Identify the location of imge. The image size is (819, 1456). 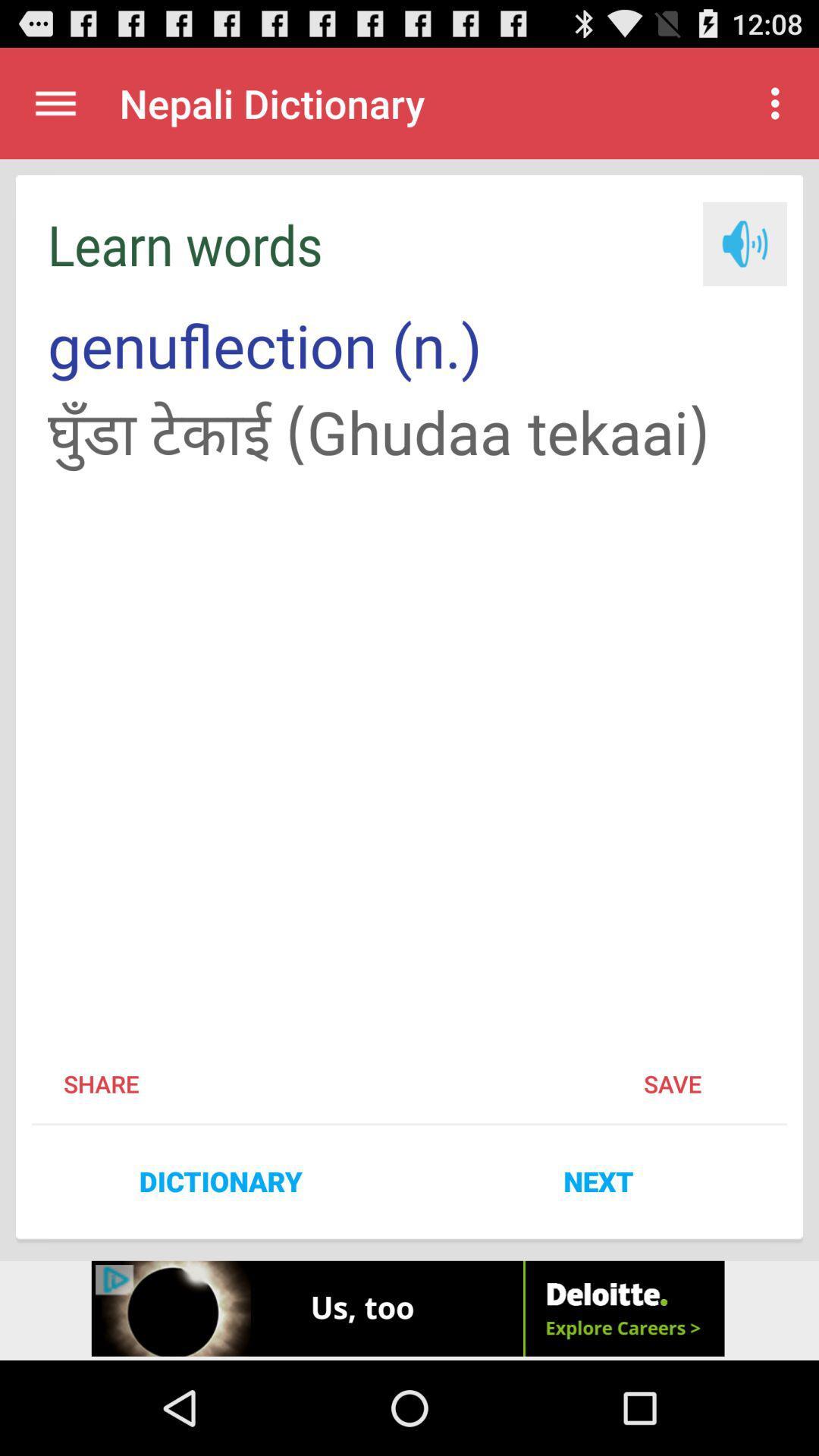
(744, 243).